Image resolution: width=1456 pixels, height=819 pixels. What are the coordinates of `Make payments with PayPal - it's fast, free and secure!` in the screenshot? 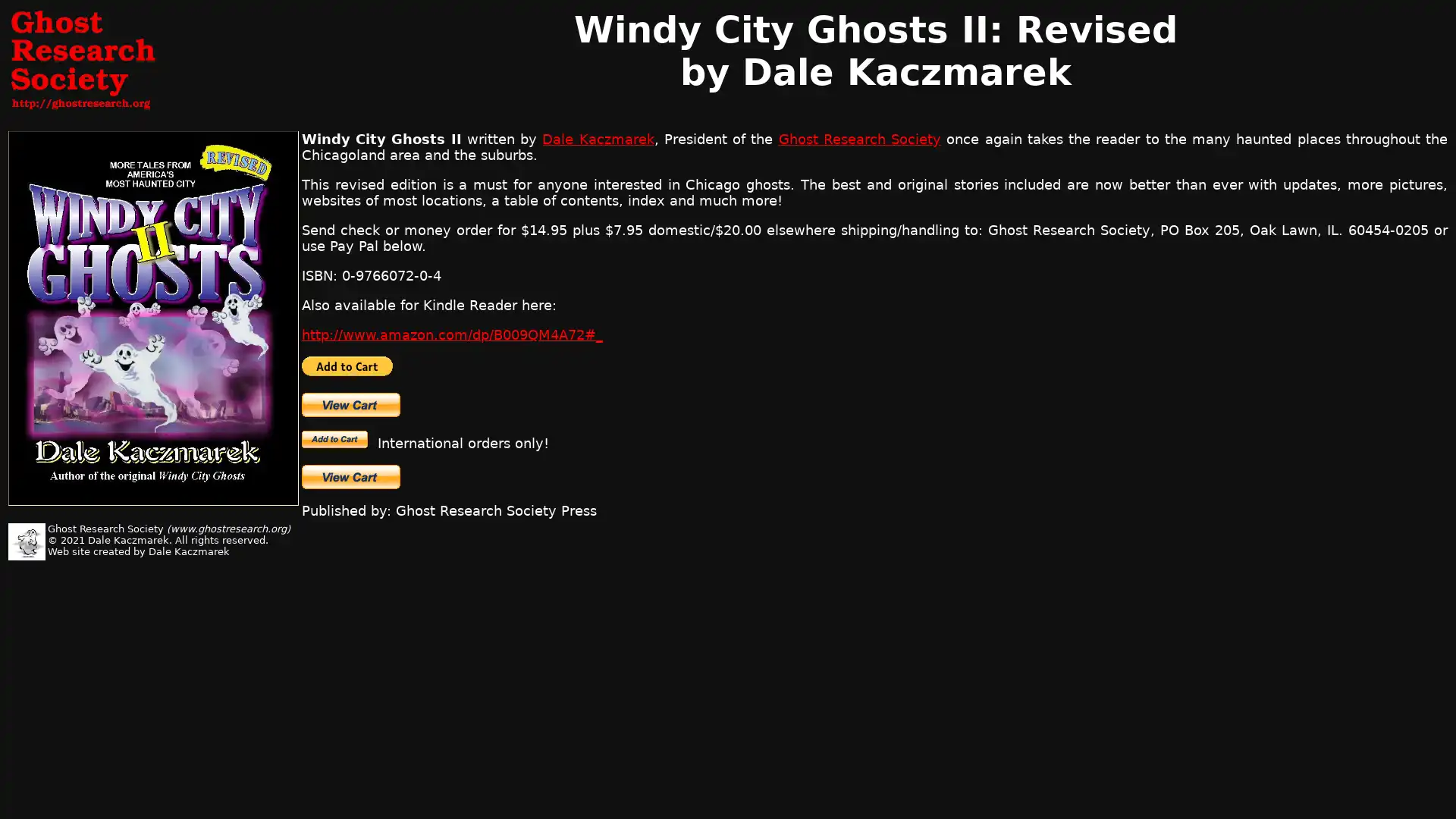 It's located at (350, 403).